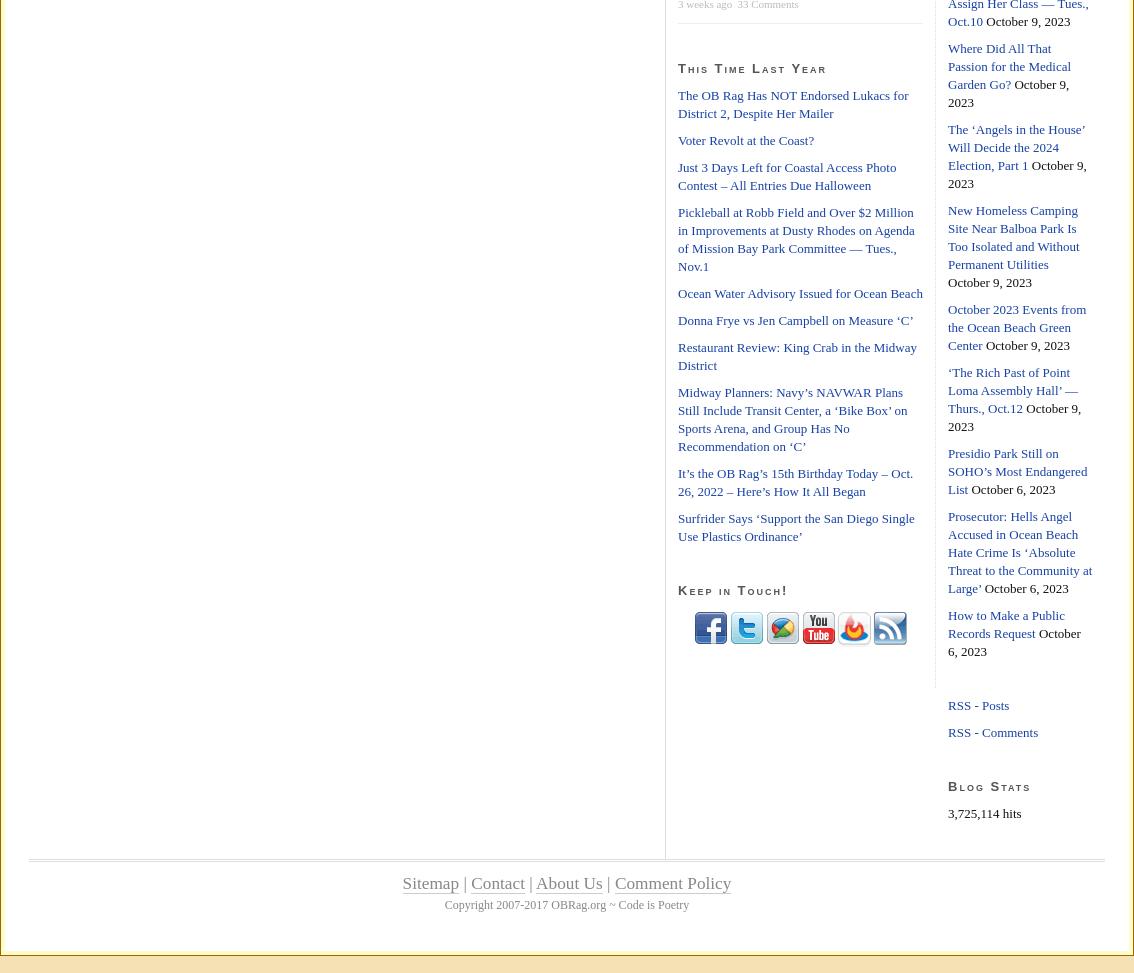 This screenshot has width=1134, height=973. Describe the element at coordinates (795, 526) in the screenshot. I see `'Surfrider Says ‘Support the San Diego Single Use Plastics Ordinance’'` at that location.